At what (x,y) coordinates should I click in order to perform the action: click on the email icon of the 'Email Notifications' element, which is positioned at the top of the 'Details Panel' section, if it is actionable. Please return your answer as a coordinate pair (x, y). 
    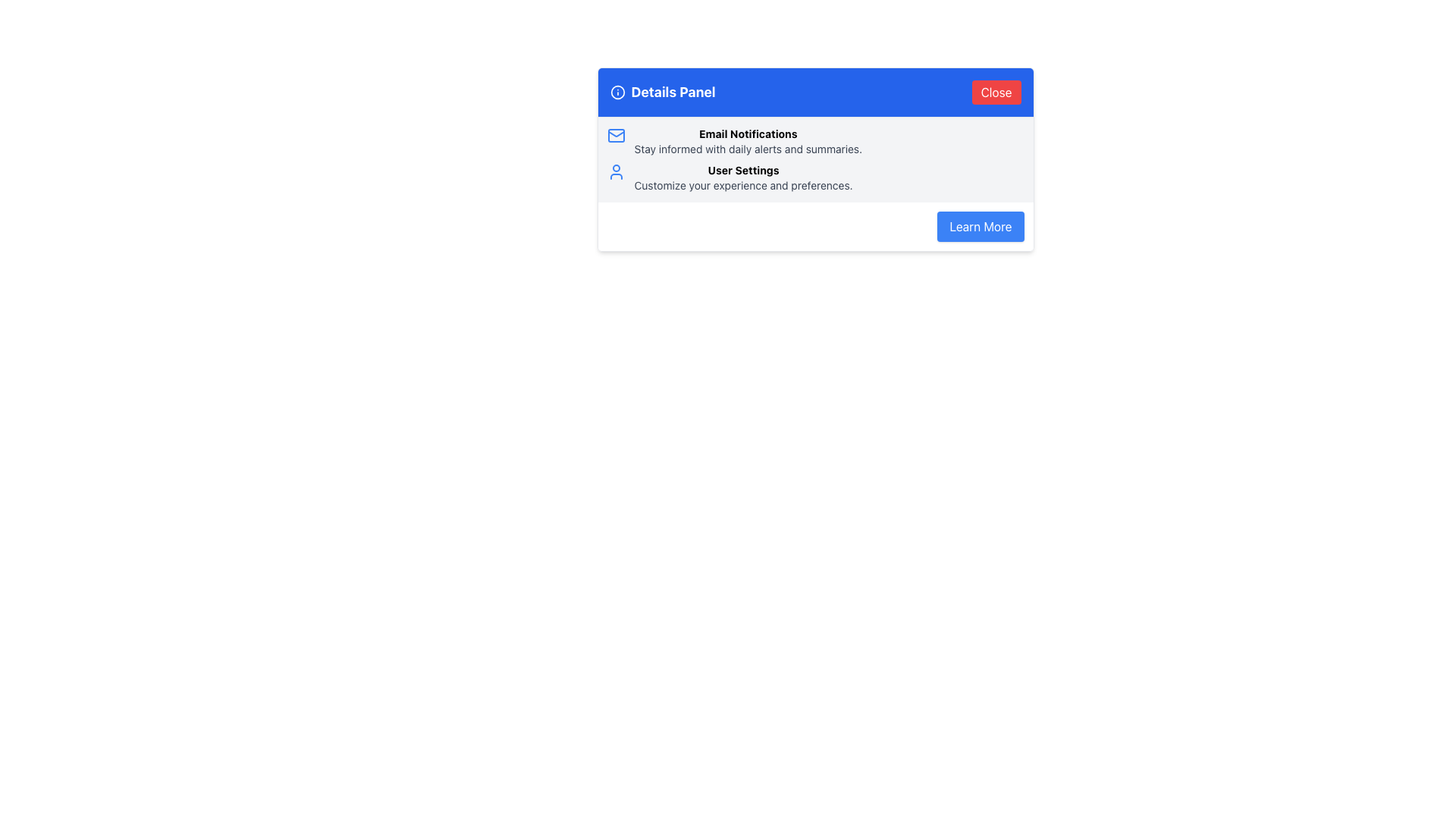
    Looking at the image, I should click on (814, 141).